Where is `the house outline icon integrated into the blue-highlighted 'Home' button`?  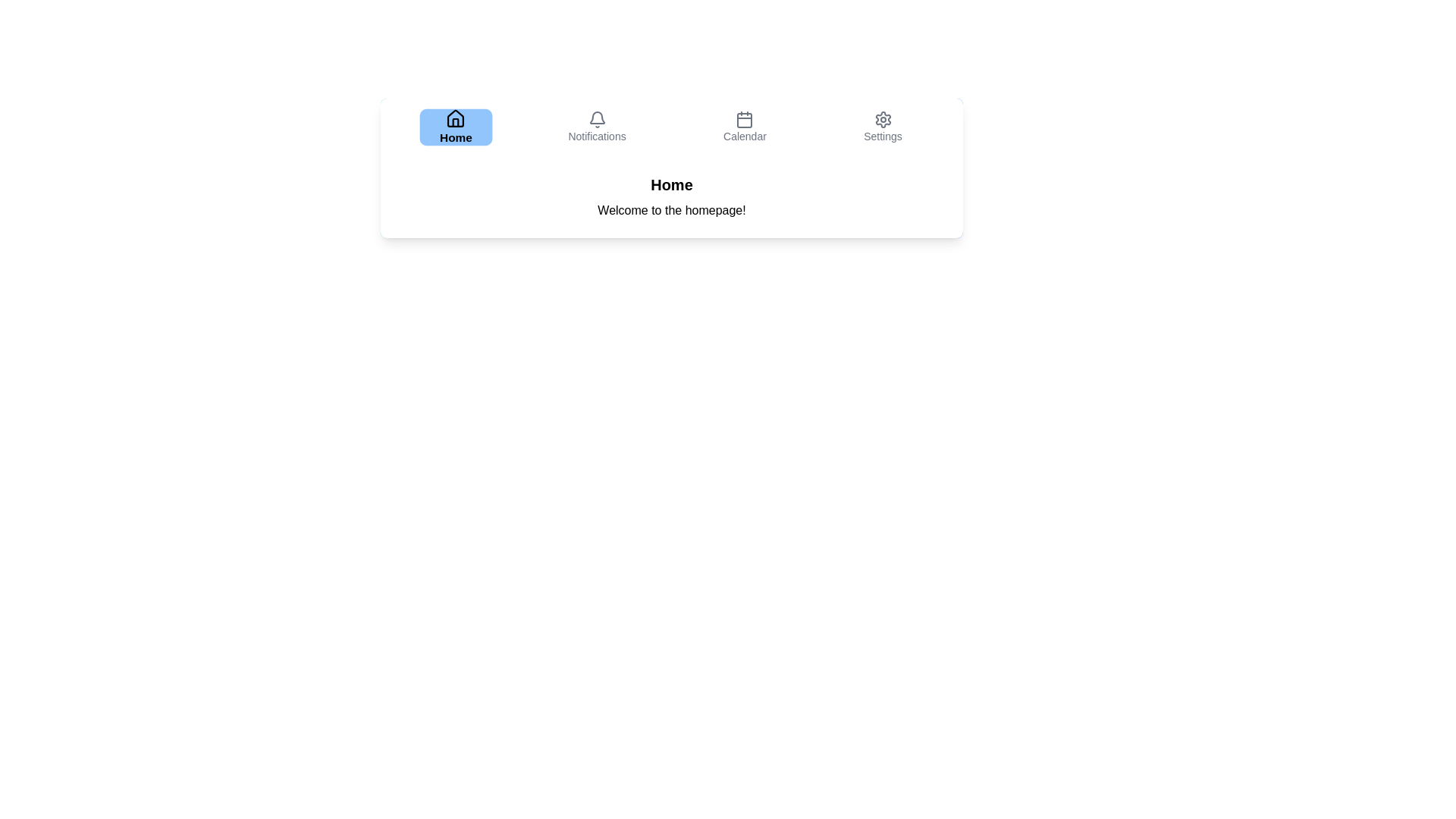 the house outline icon integrated into the blue-highlighted 'Home' button is located at coordinates (455, 118).